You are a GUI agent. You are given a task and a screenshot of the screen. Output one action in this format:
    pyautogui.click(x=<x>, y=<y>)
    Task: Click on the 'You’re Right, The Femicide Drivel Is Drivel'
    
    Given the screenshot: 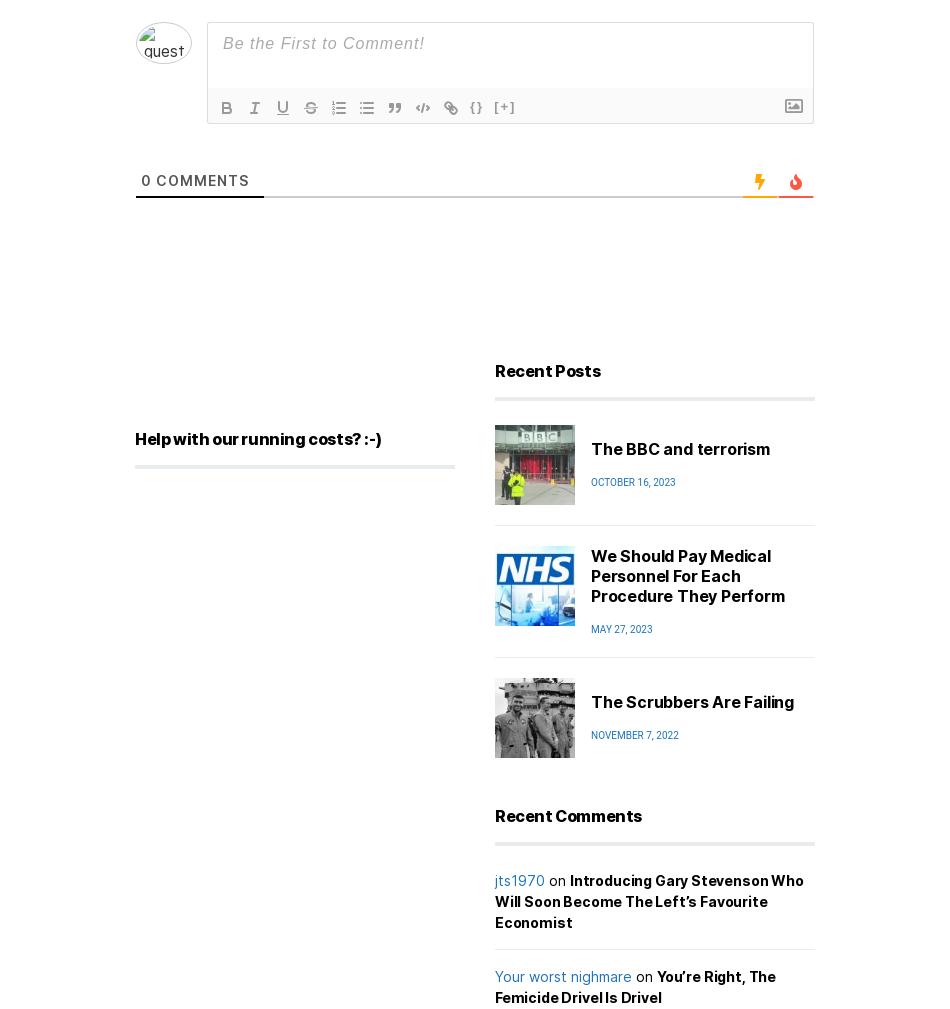 What is the action you would take?
    pyautogui.click(x=635, y=985)
    